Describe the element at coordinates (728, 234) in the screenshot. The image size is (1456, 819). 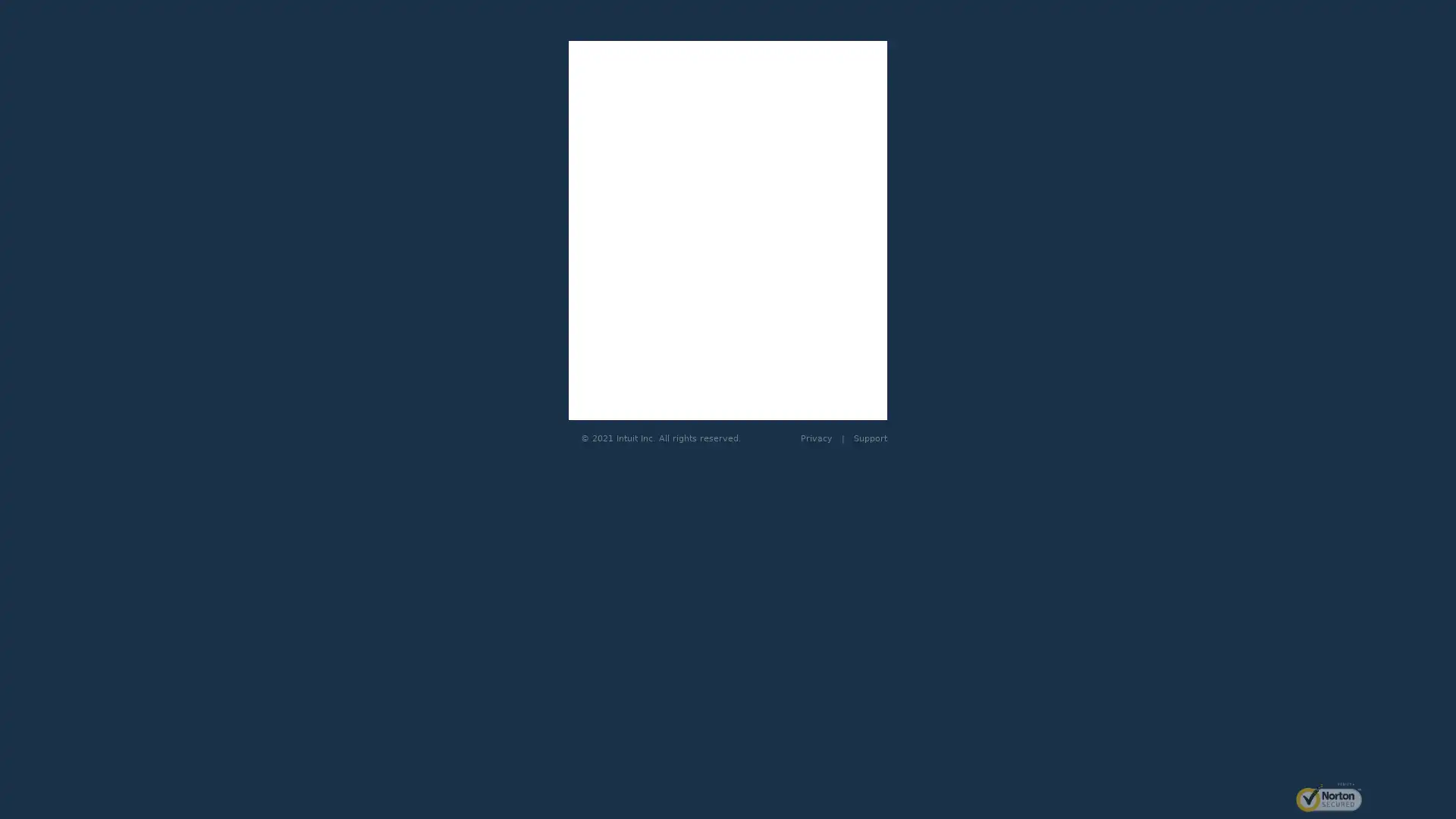
I see `Sign in with Google` at that location.